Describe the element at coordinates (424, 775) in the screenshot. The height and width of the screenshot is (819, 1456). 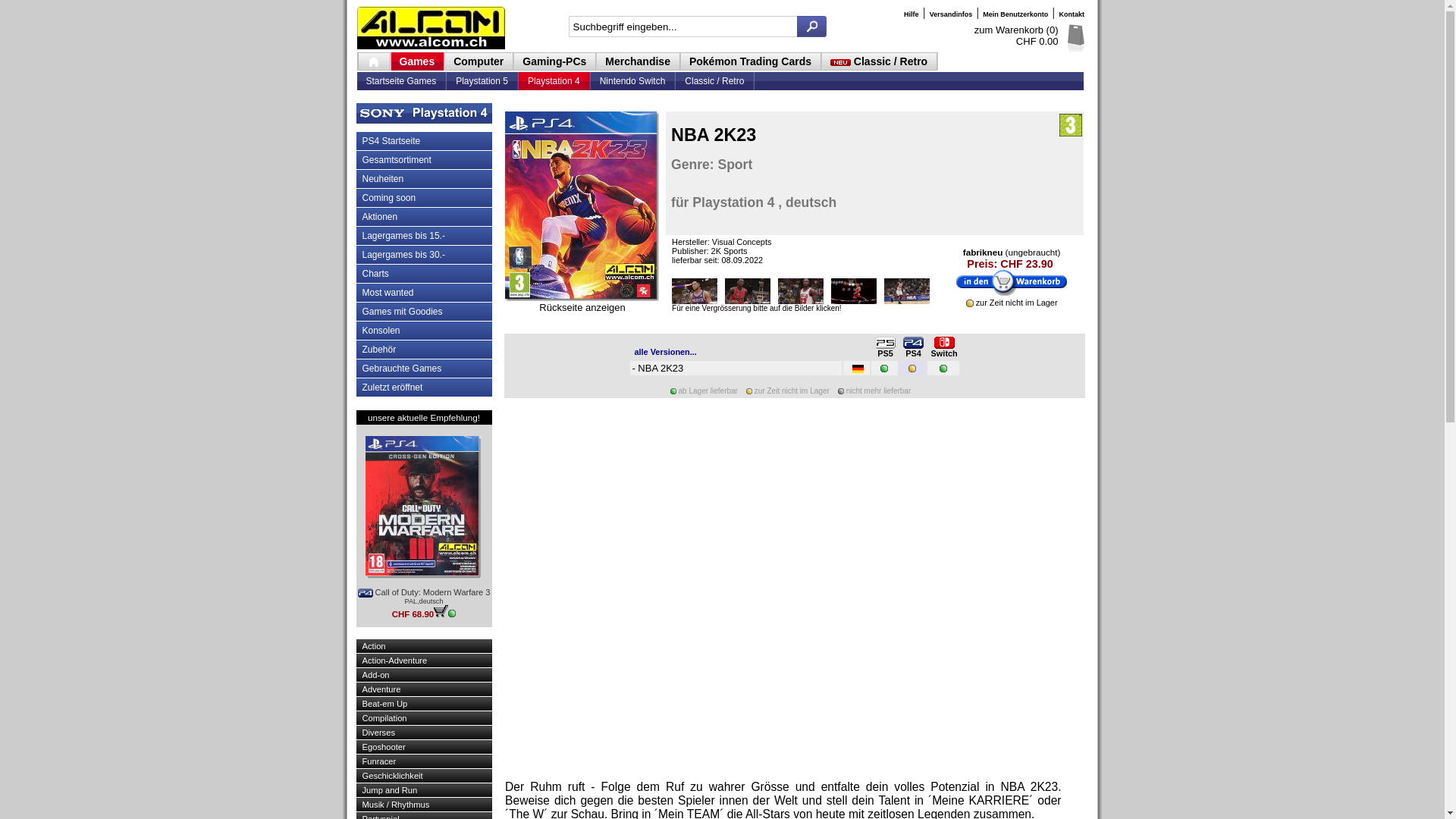
I see `'Geschicklichkeit'` at that location.